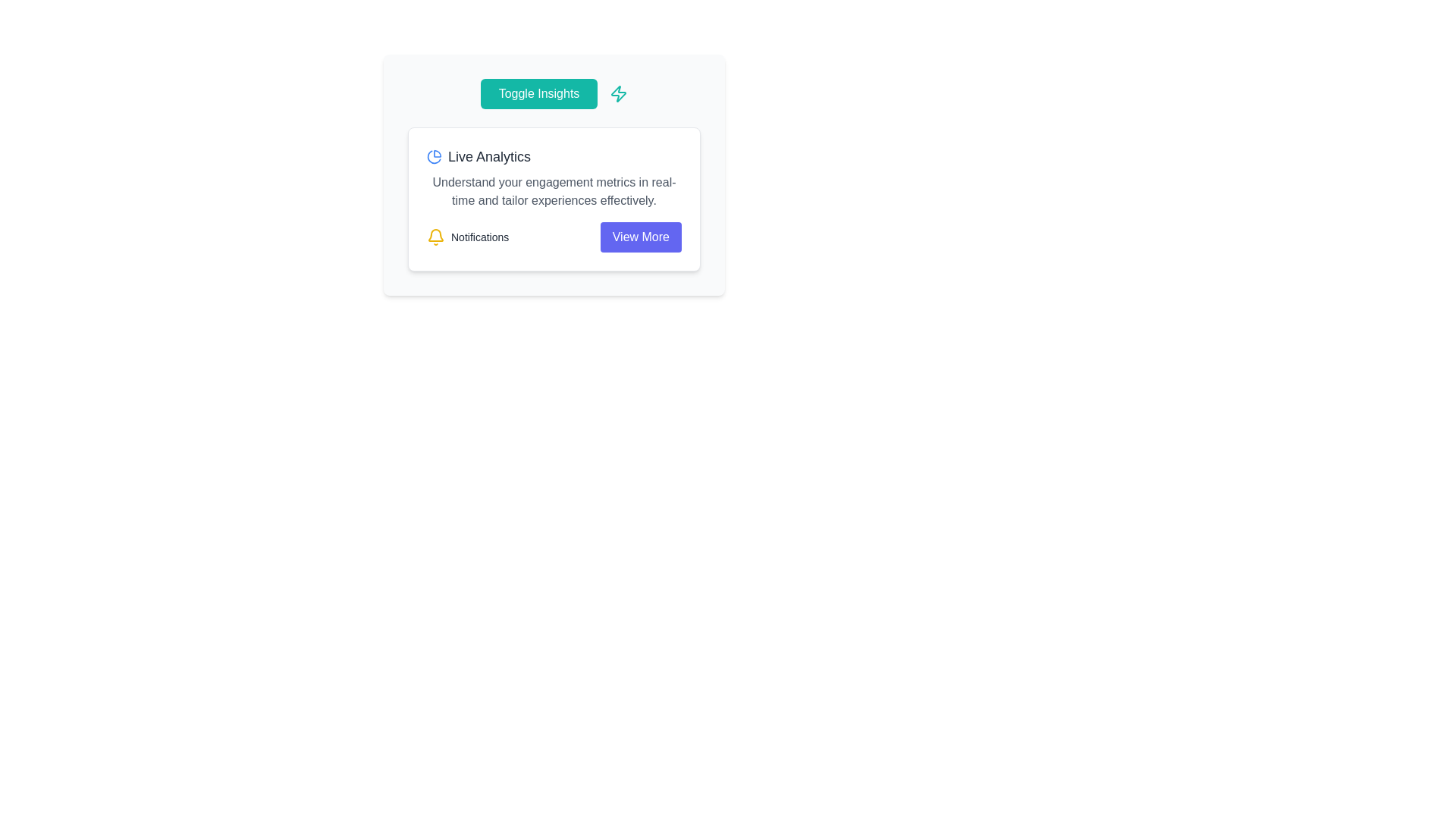 The width and height of the screenshot is (1456, 819). I want to click on the notification icon located at the bottom-left part of the card interface, adjacent to the 'Notifications' text label for keyboard navigation, so click(435, 235).